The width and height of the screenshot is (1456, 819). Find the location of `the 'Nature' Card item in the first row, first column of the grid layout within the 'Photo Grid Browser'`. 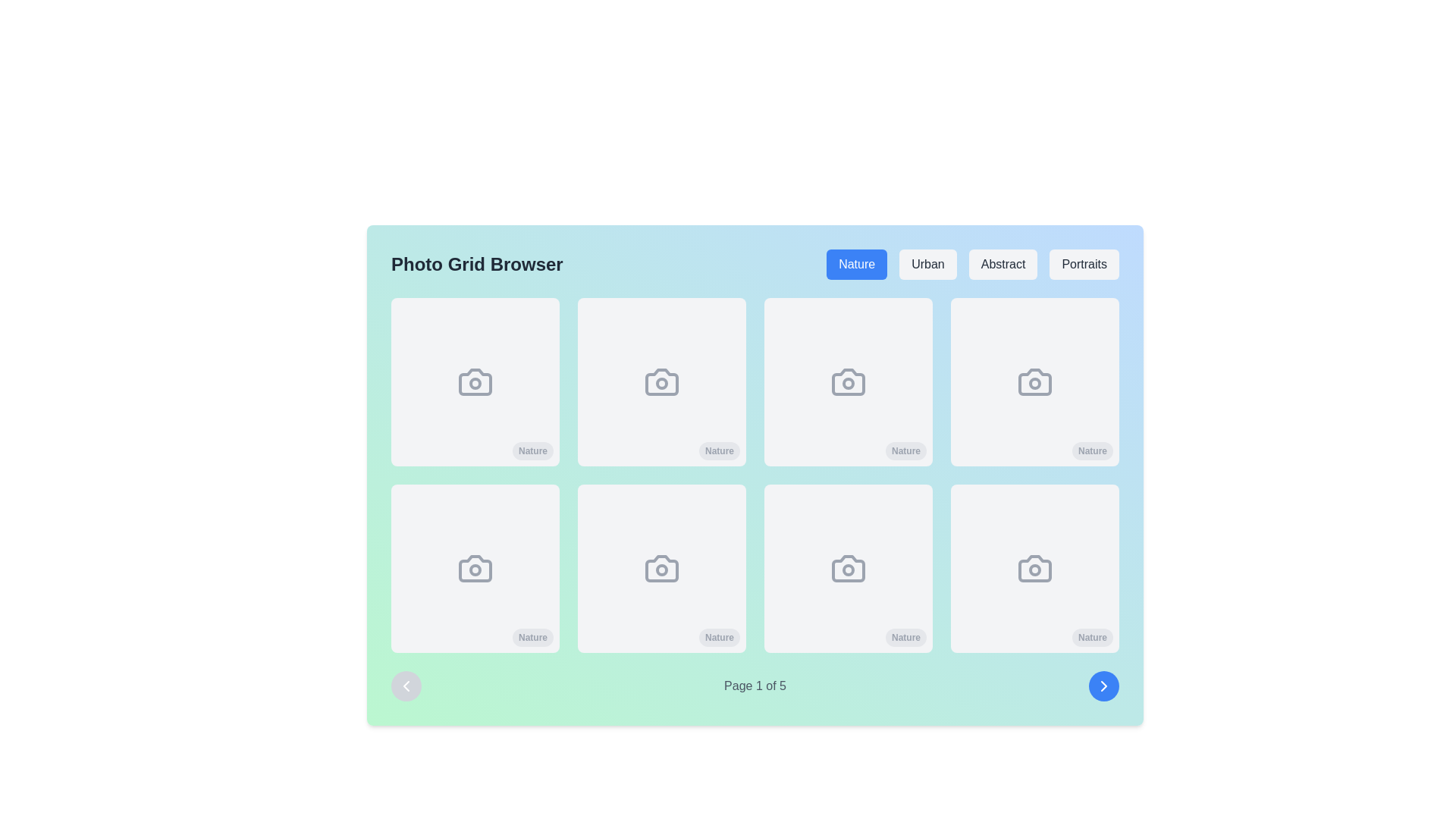

the 'Nature' Card item in the first row, first column of the grid layout within the 'Photo Grid Browser' is located at coordinates (475, 381).